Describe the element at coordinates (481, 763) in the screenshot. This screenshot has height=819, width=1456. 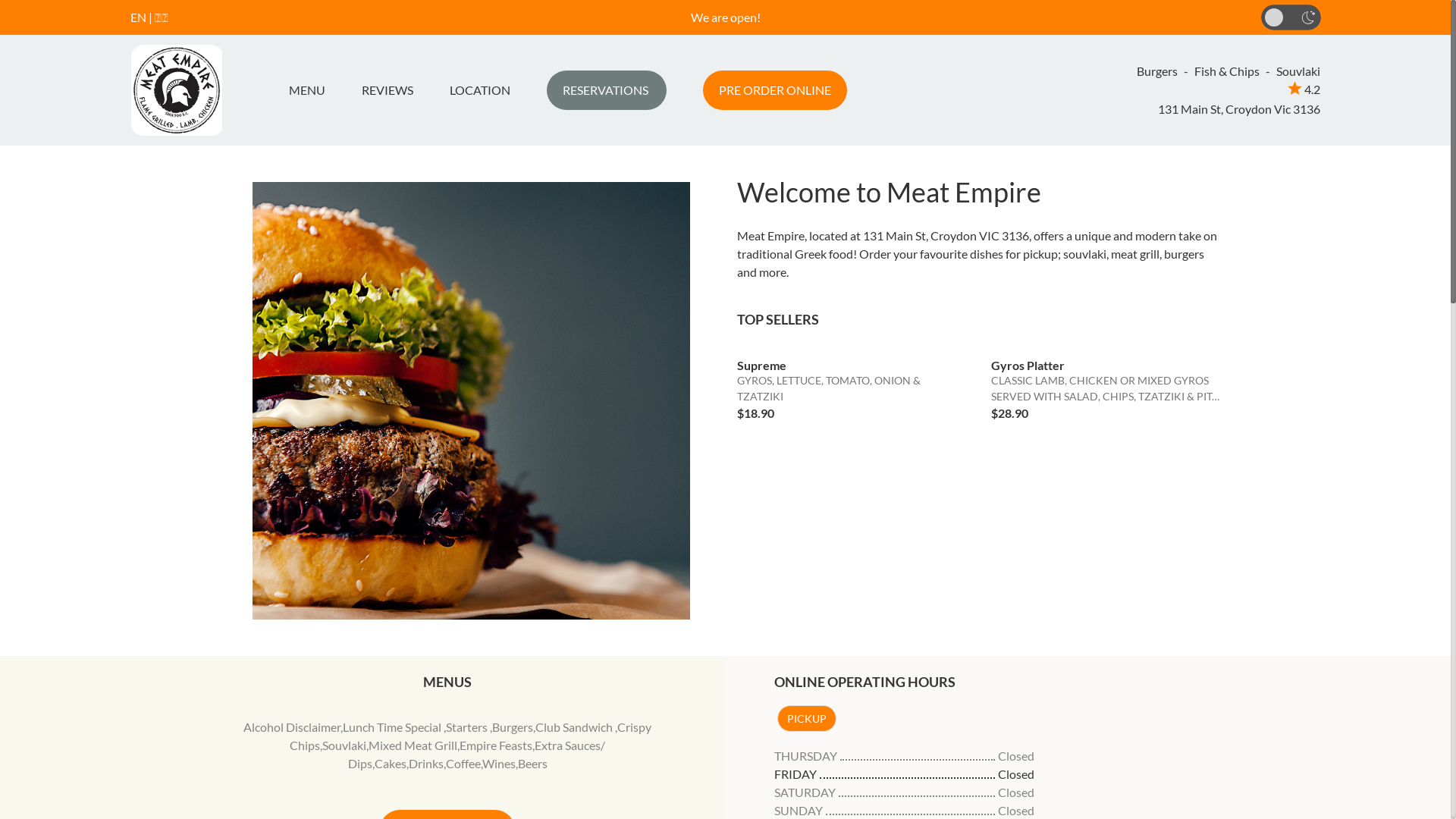
I see `'Wines'` at that location.